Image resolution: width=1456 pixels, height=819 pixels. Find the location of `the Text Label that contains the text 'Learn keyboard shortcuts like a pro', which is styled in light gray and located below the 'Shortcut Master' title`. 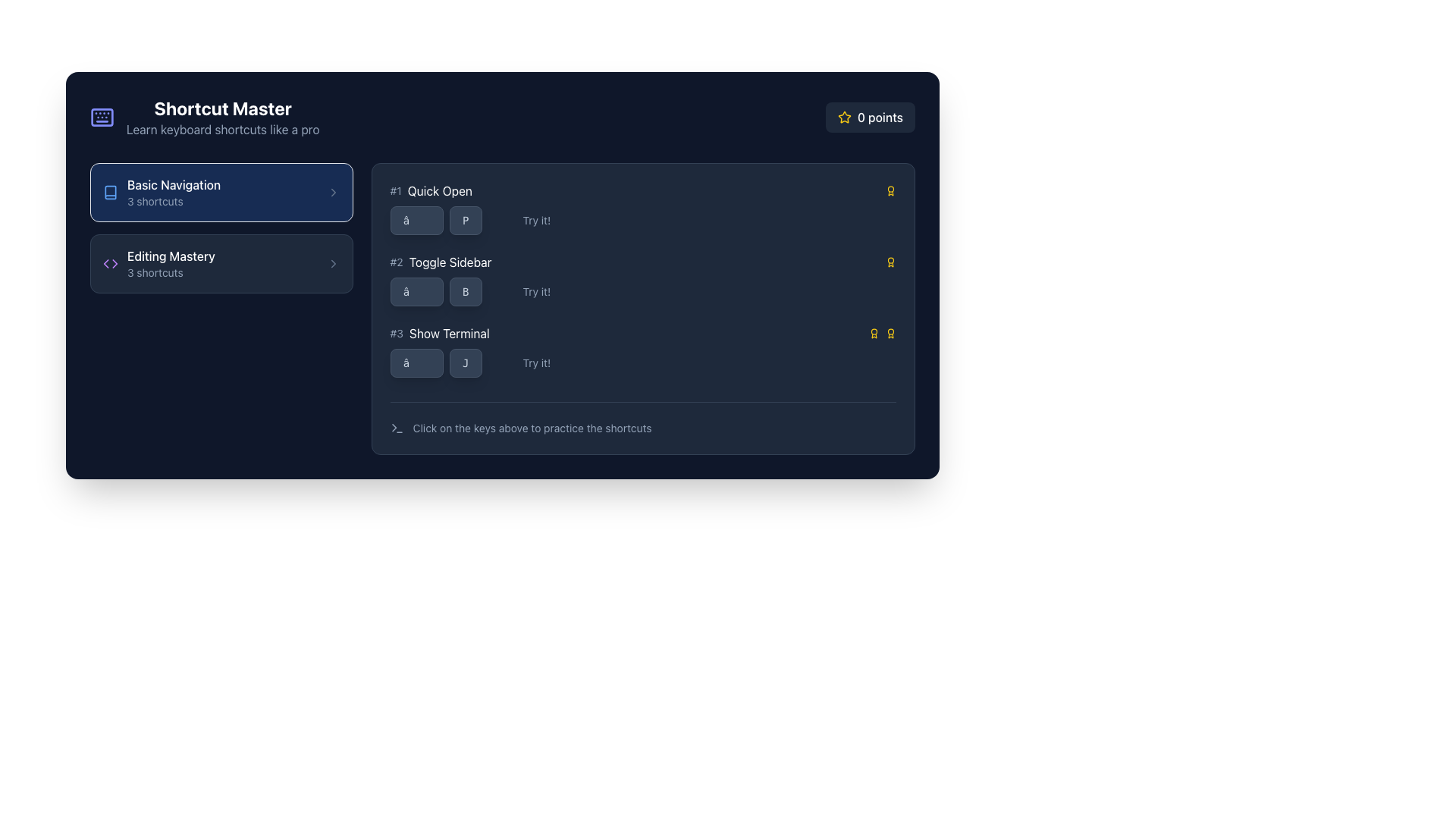

the Text Label that contains the text 'Learn keyboard shortcuts like a pro', which is styled in light gray and located below the 'Shortcut Master' title is located at coordinates (222, 128).